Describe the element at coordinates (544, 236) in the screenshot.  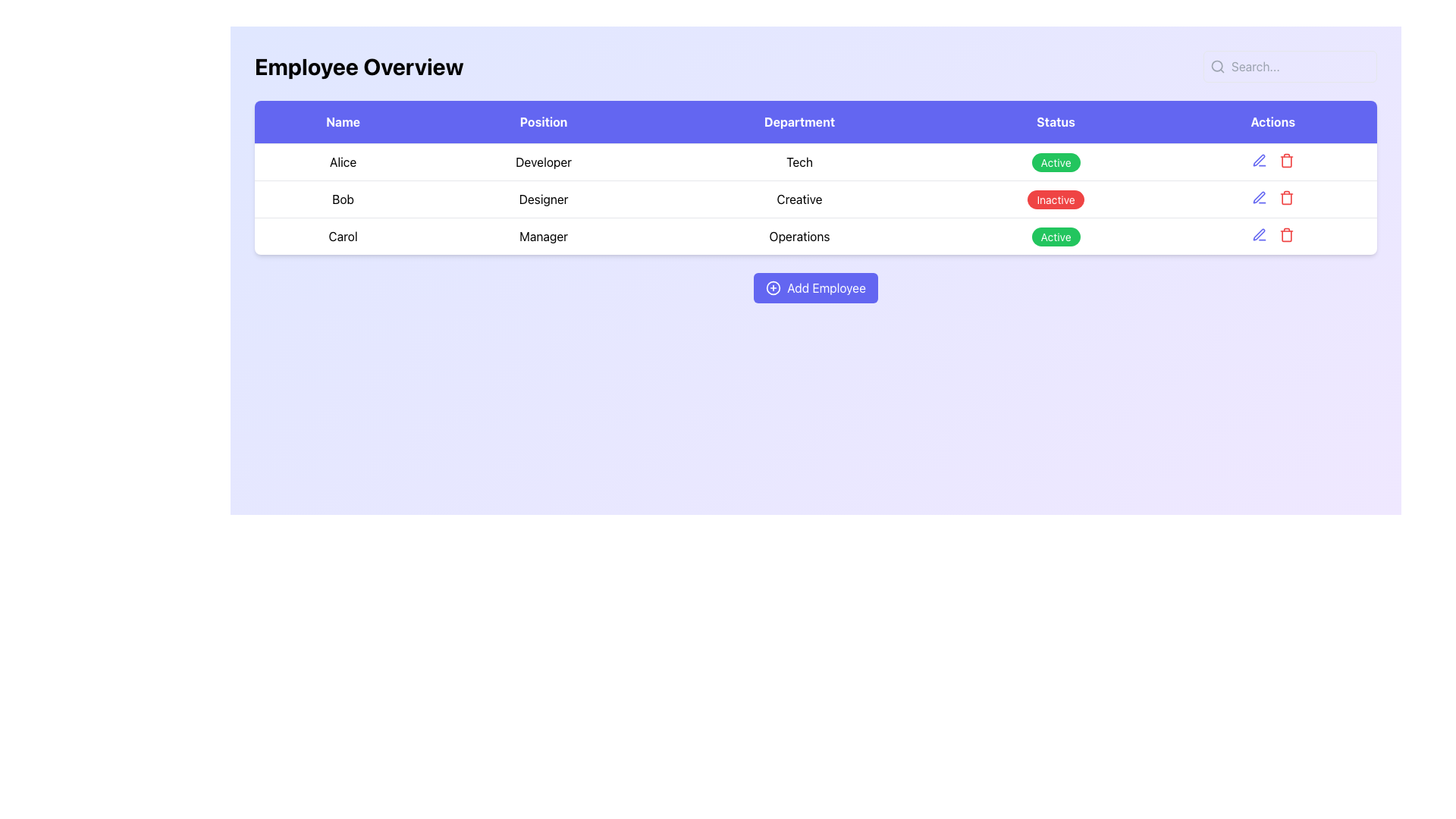
I see `the text label displaying the job title 'Manager' for the individual named 'Carol' in the third row of the 'Position' column of the table` at that location.